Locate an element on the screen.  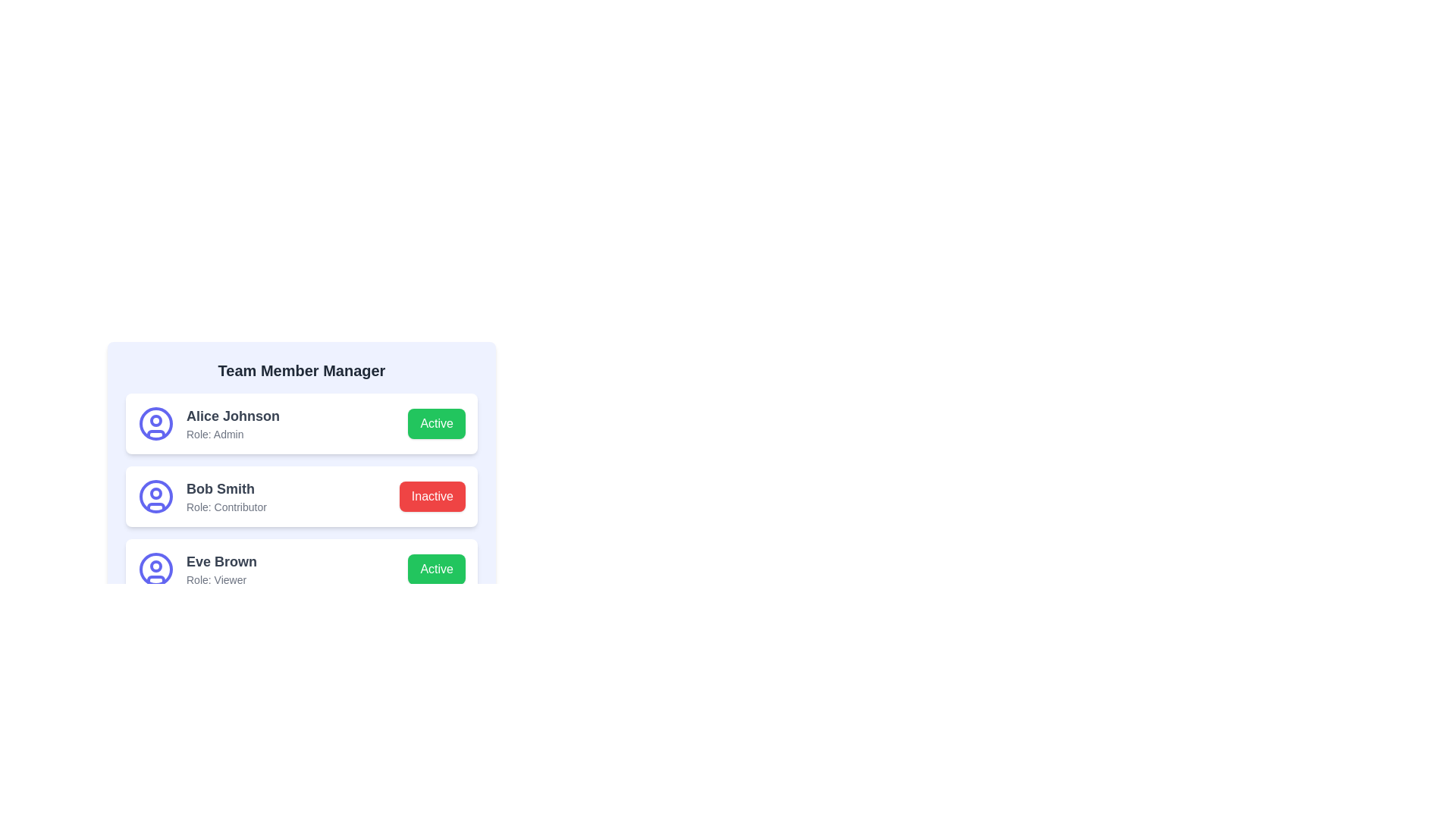
the circular avatar icon representing 'Eve Brown Role: Viewer' in the team members list is located at coordinates (156, 570).